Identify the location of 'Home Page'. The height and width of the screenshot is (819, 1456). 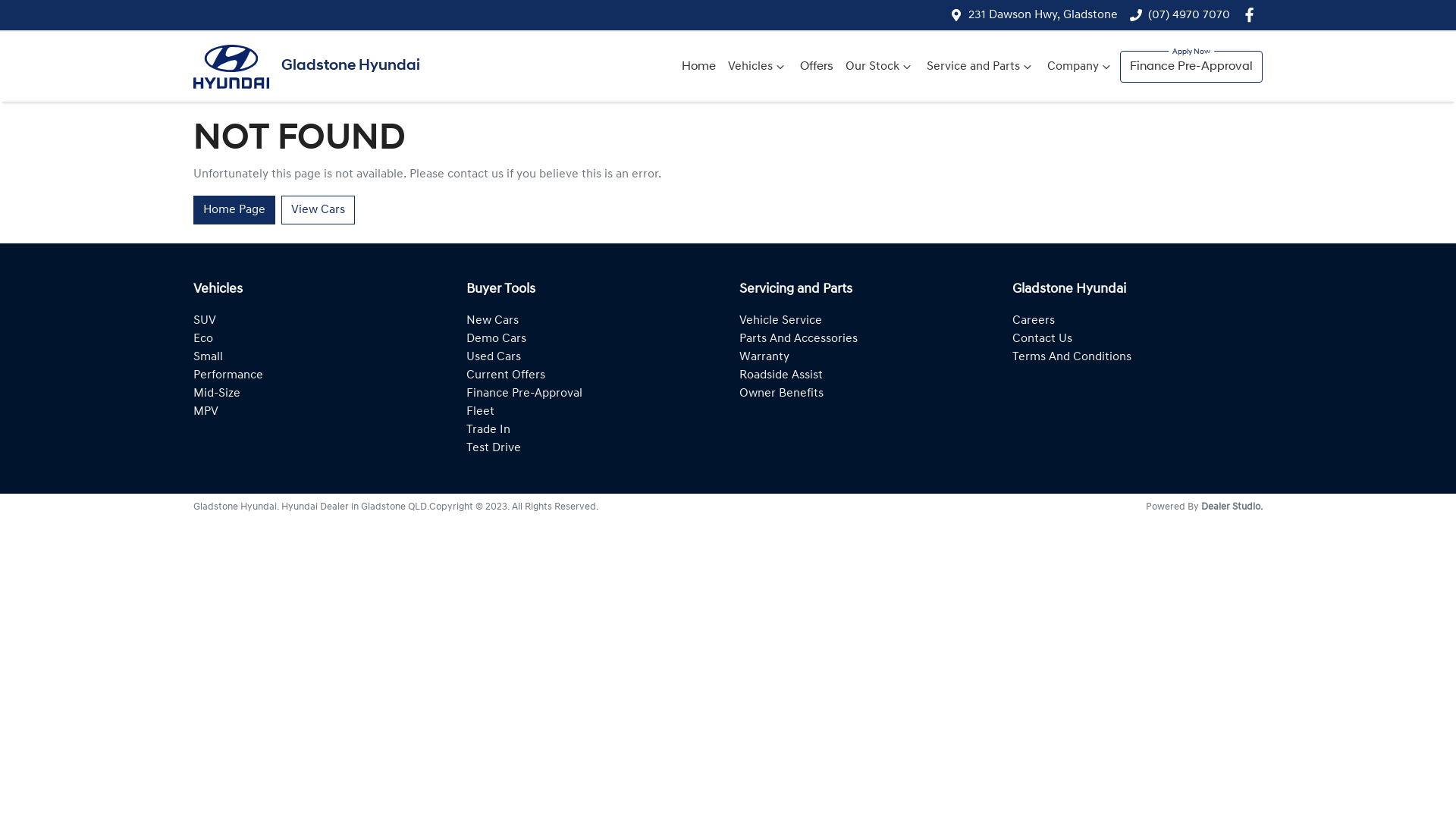
(233, 210).